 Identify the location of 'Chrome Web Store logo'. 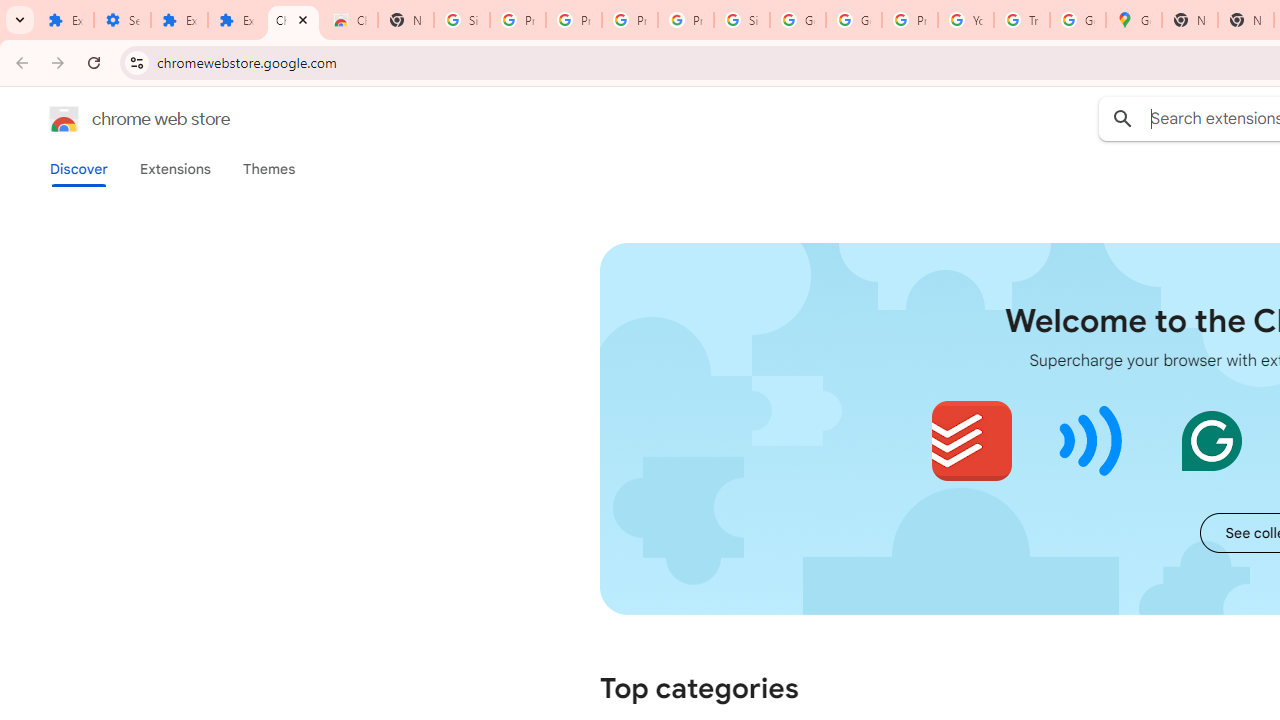
(64, 119).